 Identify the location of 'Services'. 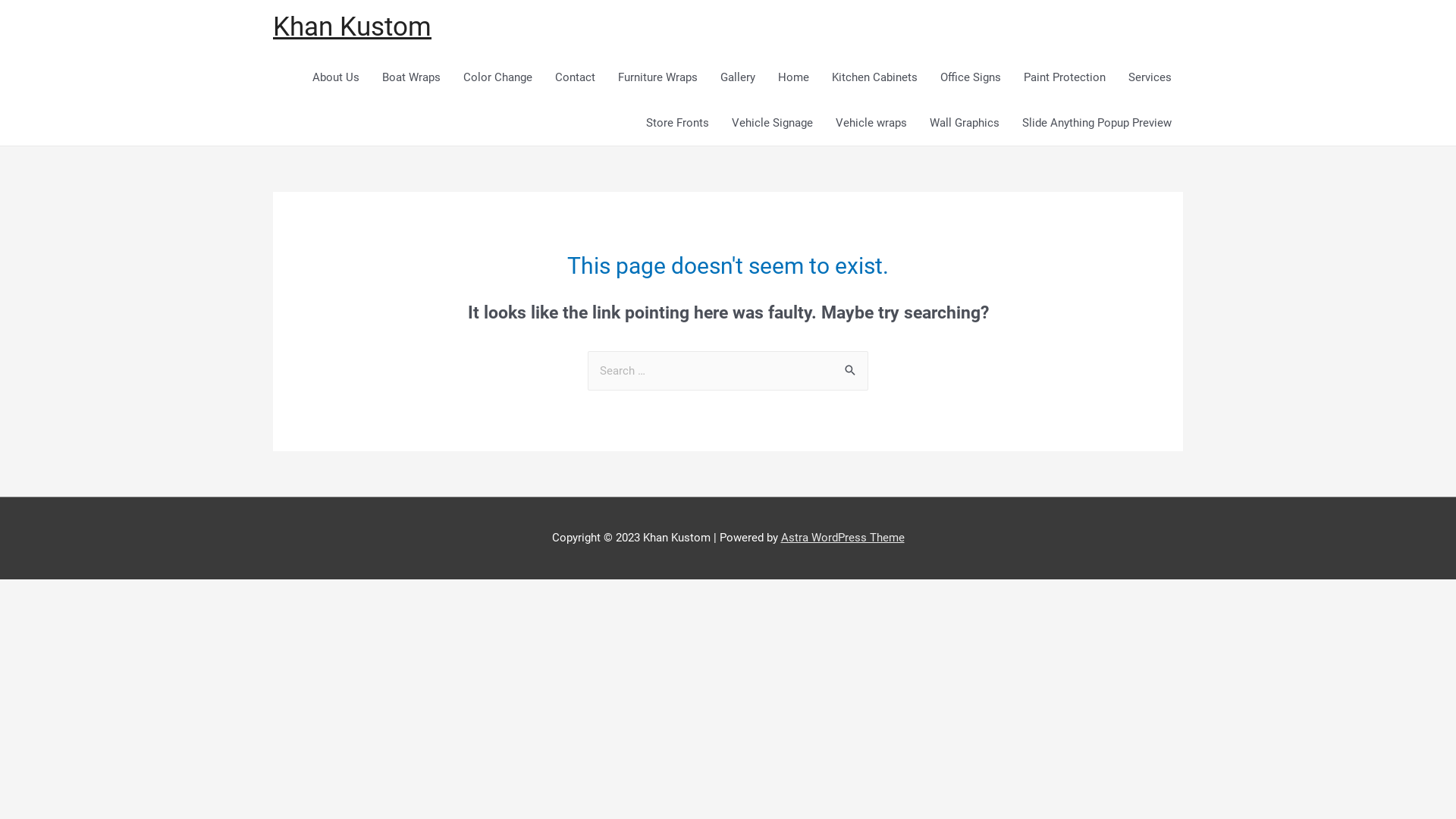
(1150, 77).